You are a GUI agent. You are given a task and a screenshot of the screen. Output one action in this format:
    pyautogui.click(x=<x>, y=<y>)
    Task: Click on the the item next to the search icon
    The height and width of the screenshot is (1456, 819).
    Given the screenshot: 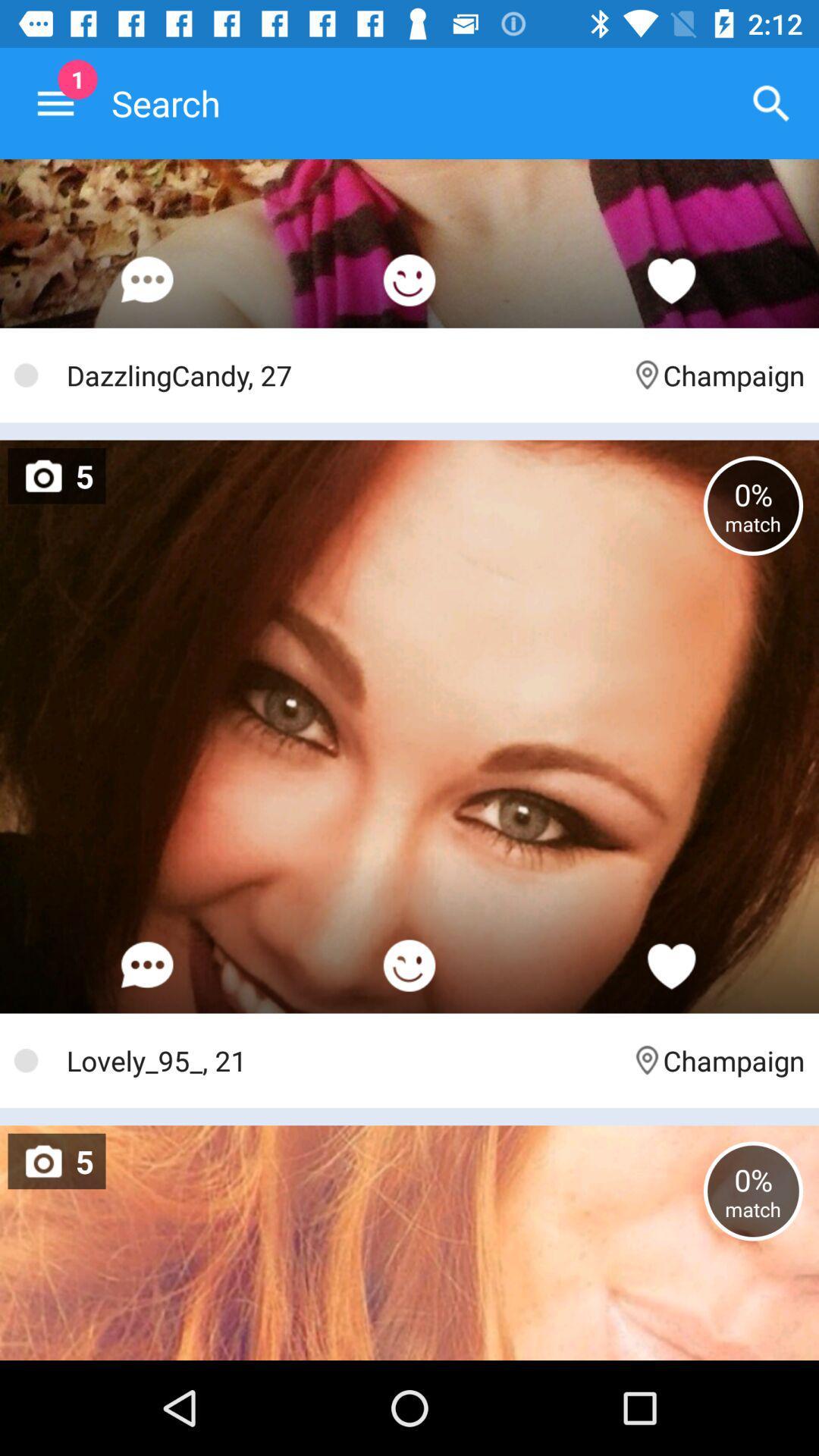 What is the action you would take?
    pyautogui.click(x=55, y=102)
    